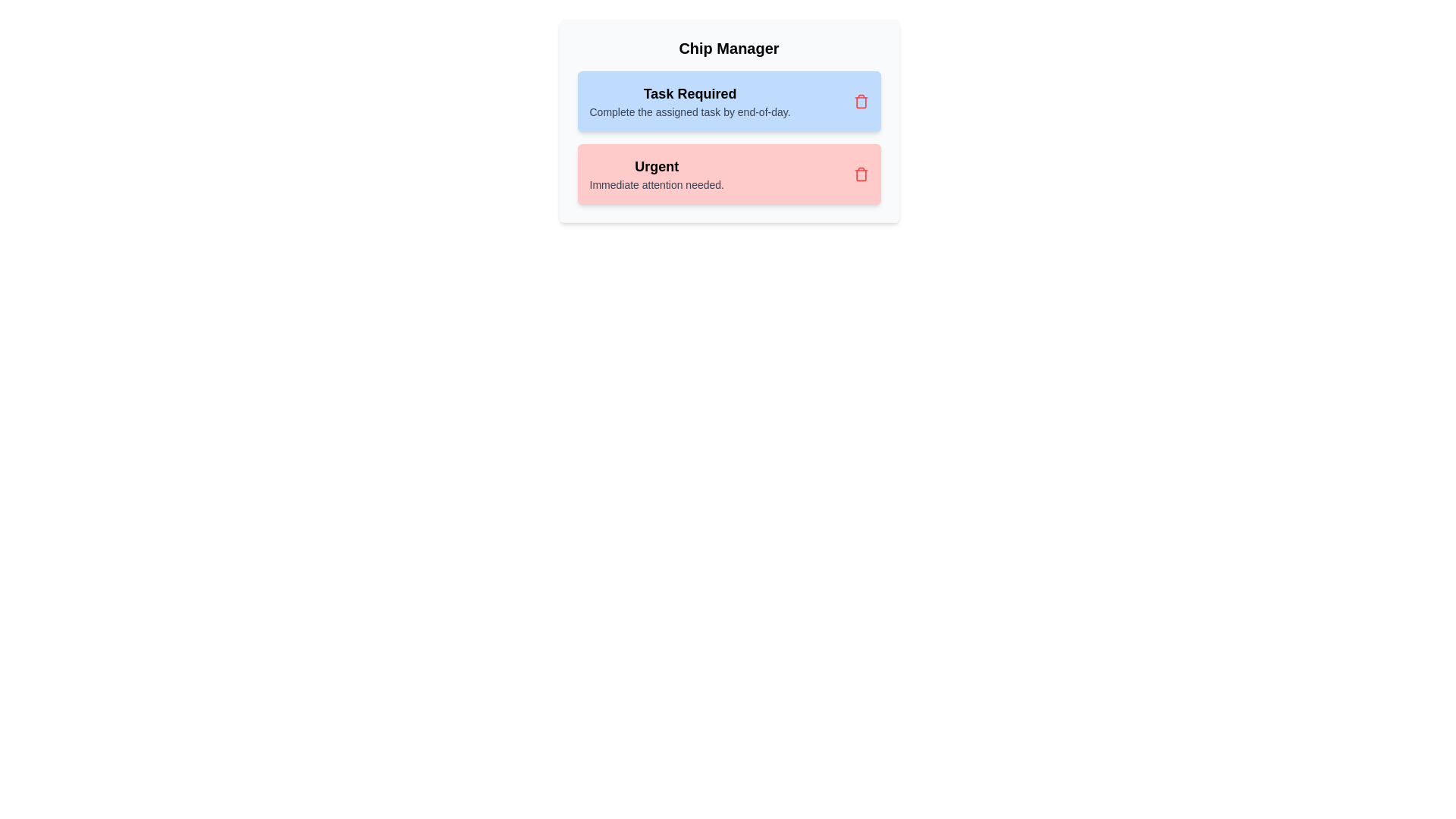 The width and height of the screenshot is (1456, 819). Describe the element at coordinates (861, 102) in the screenshot. I see `the delete button of the chip labeled 'Task Required'` at that location.